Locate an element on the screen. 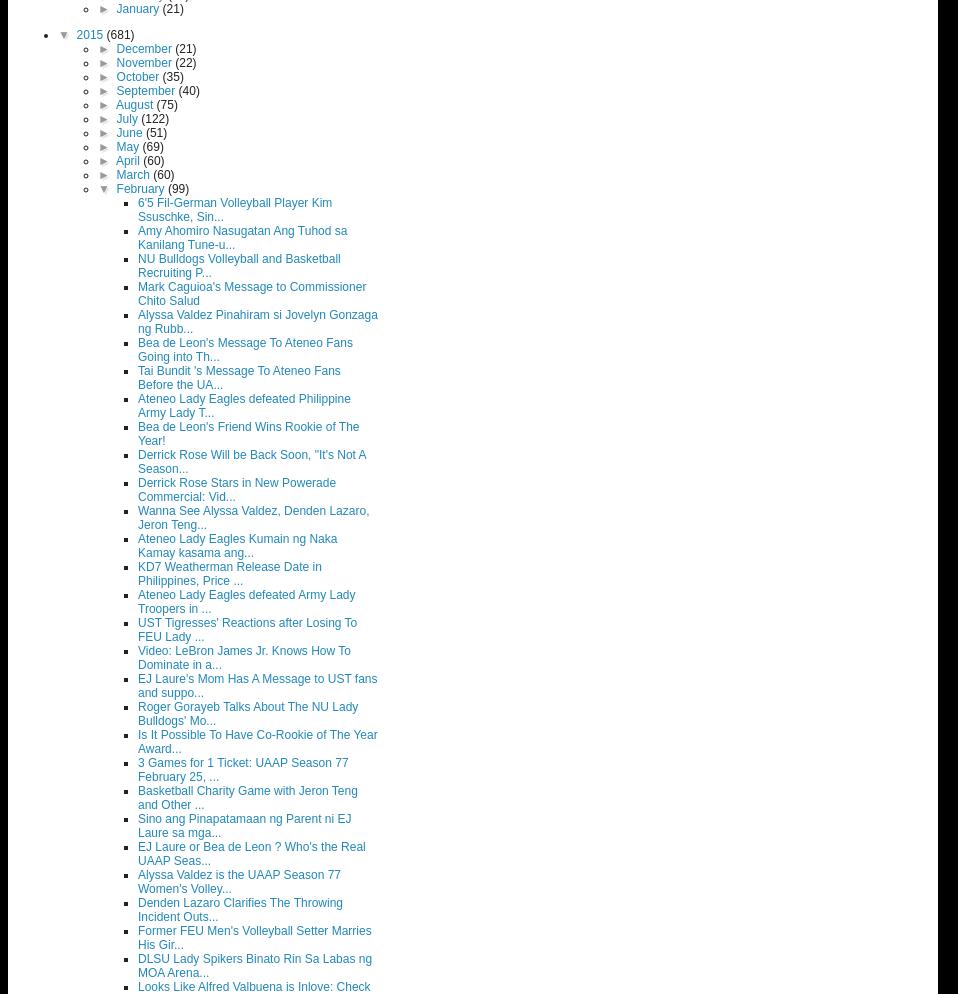  'November' is located at coordinates (145, 62).